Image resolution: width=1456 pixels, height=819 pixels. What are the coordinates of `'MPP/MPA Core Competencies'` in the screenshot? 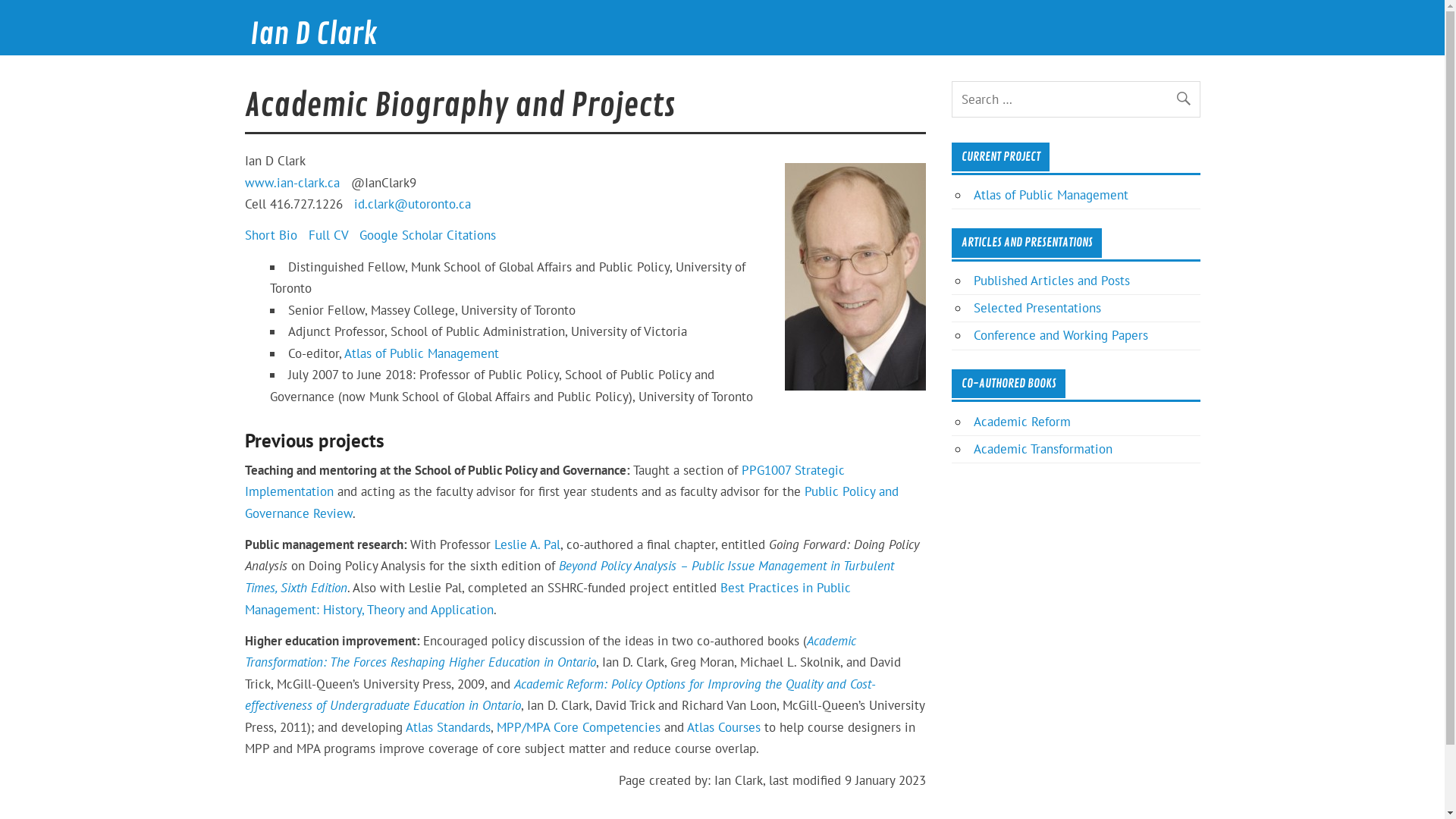 It's located at (495, 726).